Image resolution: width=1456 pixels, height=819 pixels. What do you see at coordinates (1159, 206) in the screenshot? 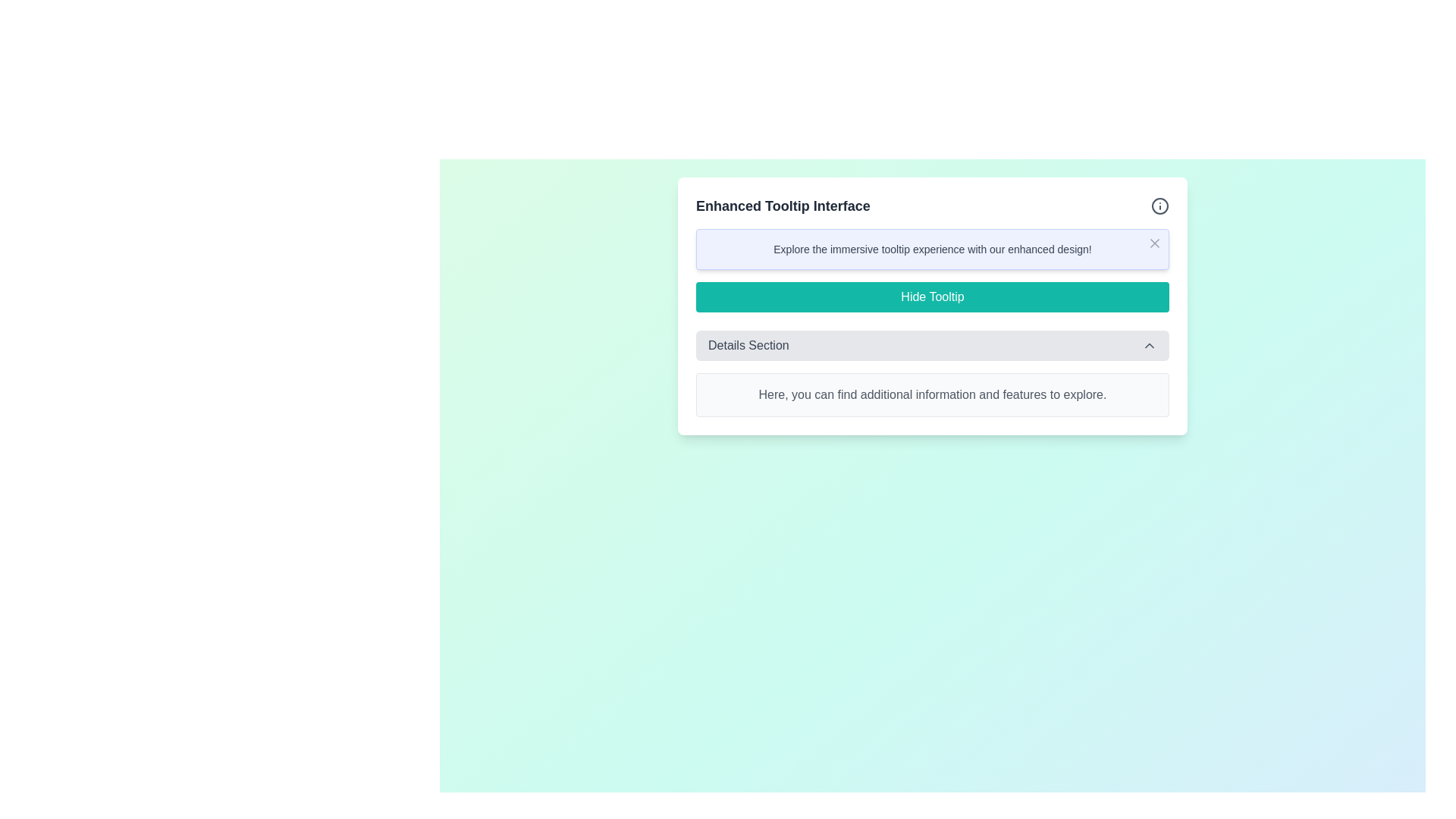
I see `the small circular gray informational icon (with a centered 'i') located at the top-right corner of the 'Enhanced Tooltip Interface' section` at bounding box center [1159, 206].